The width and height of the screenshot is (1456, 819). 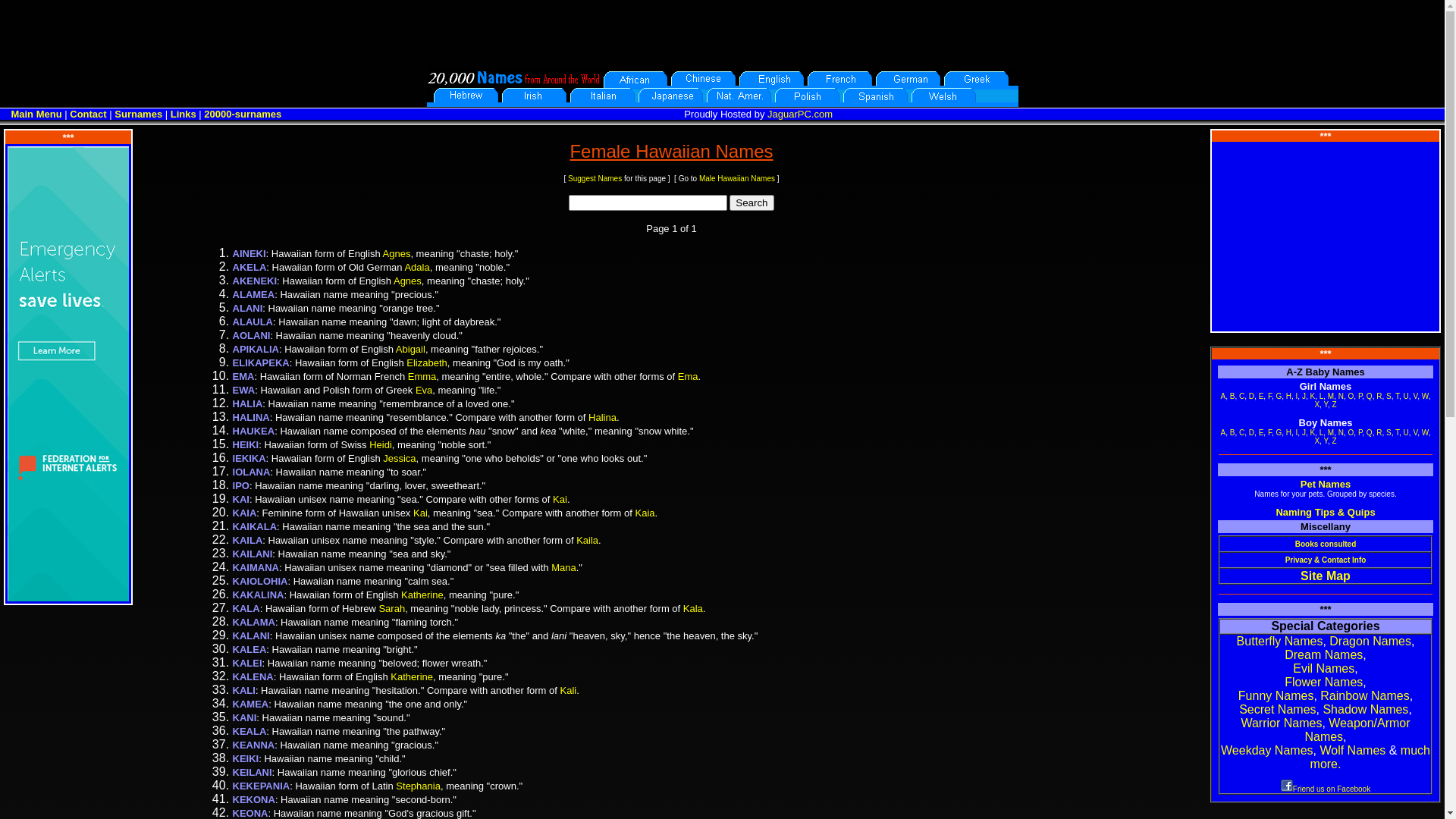 What do you see at coordinates (1280, 788) in the screenshot?
I see `'Friend us on Facebook'` at bounding box center [1280, 788].